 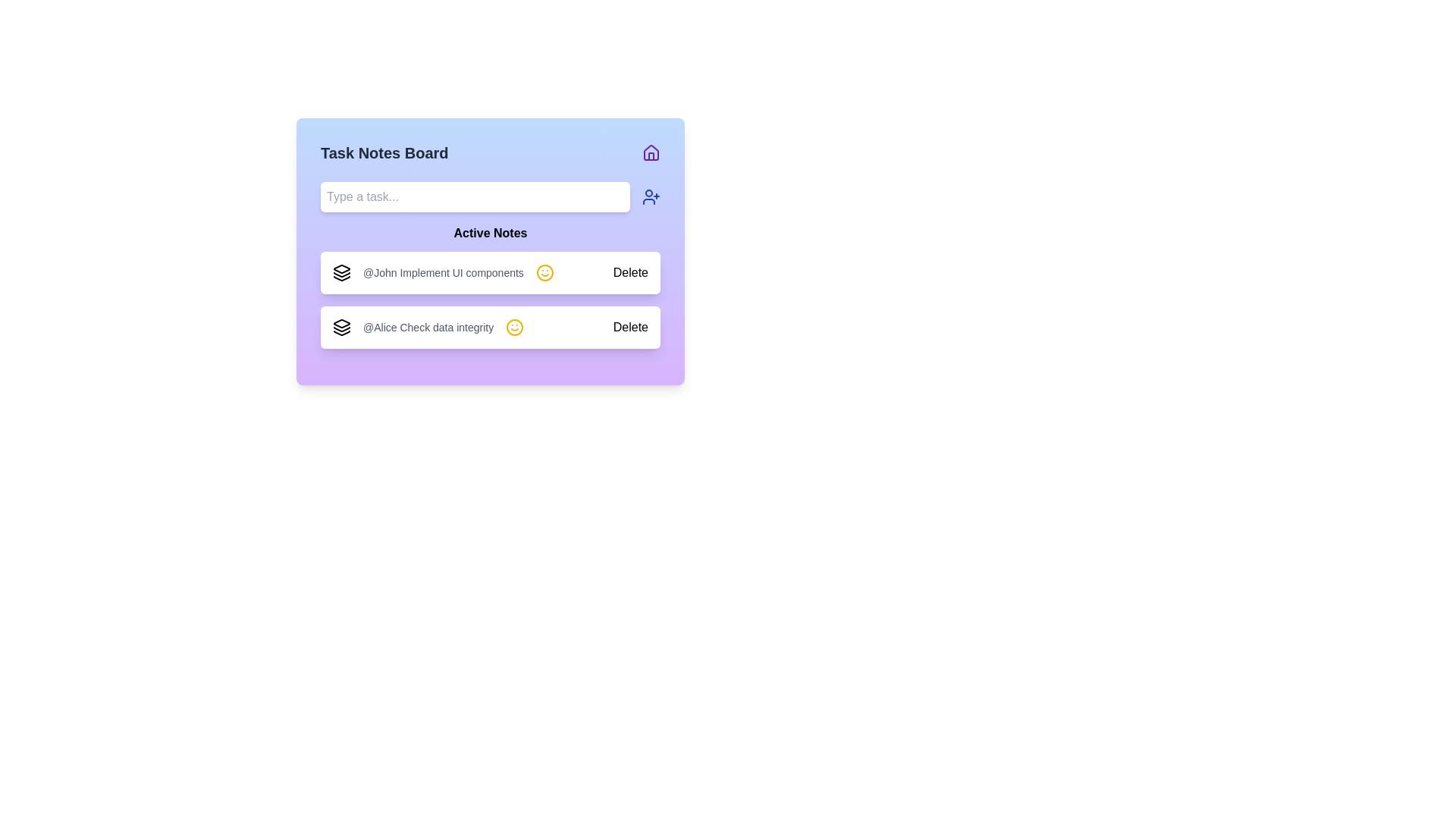 I want to click on the 'Delete' button located on the right side of the task entry for '@John Implement UI components', so click(x=630, y=271).